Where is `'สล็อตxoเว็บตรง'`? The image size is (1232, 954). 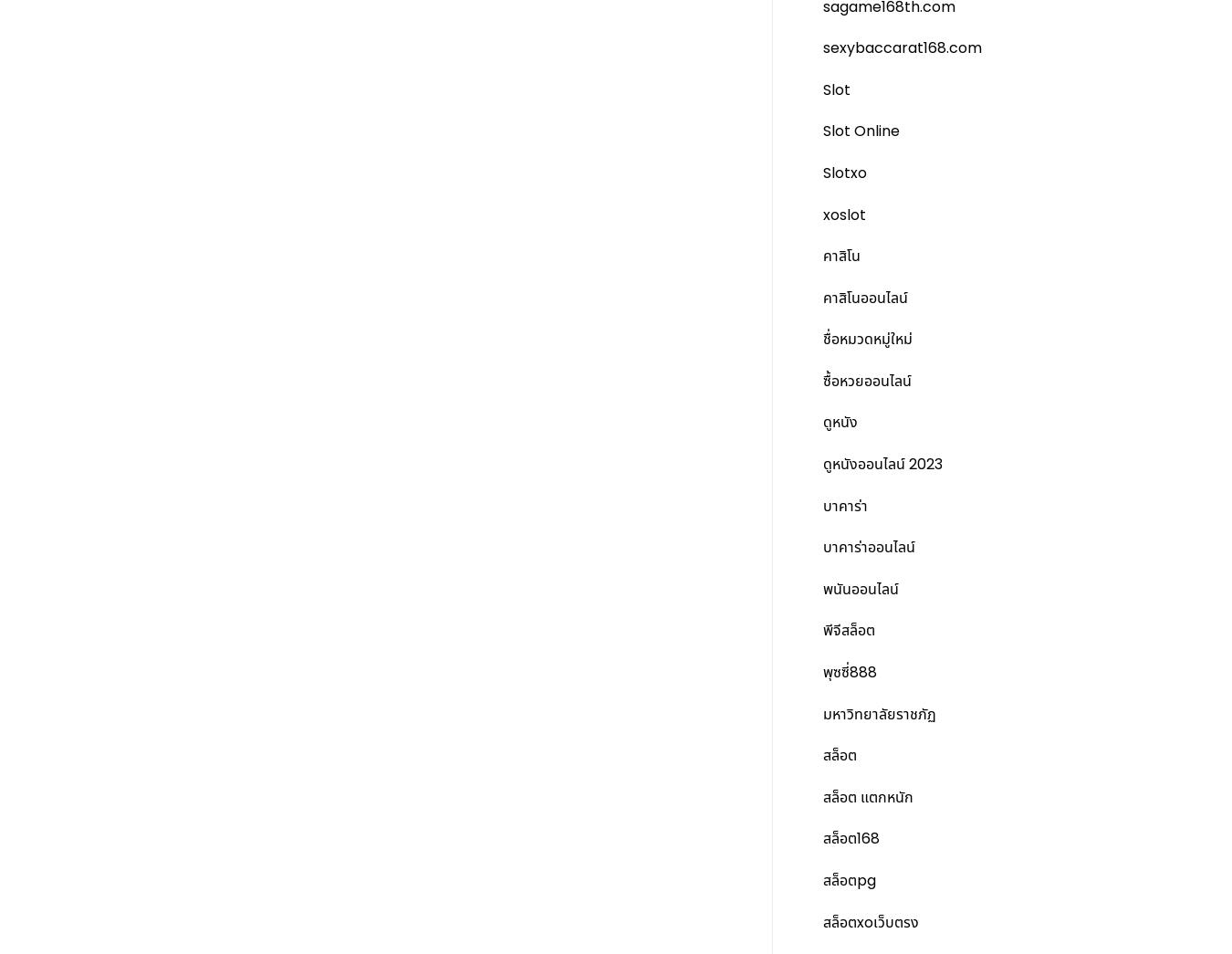 'สล็อตxoเว็บตรง' is located at coordinates (870, 921).